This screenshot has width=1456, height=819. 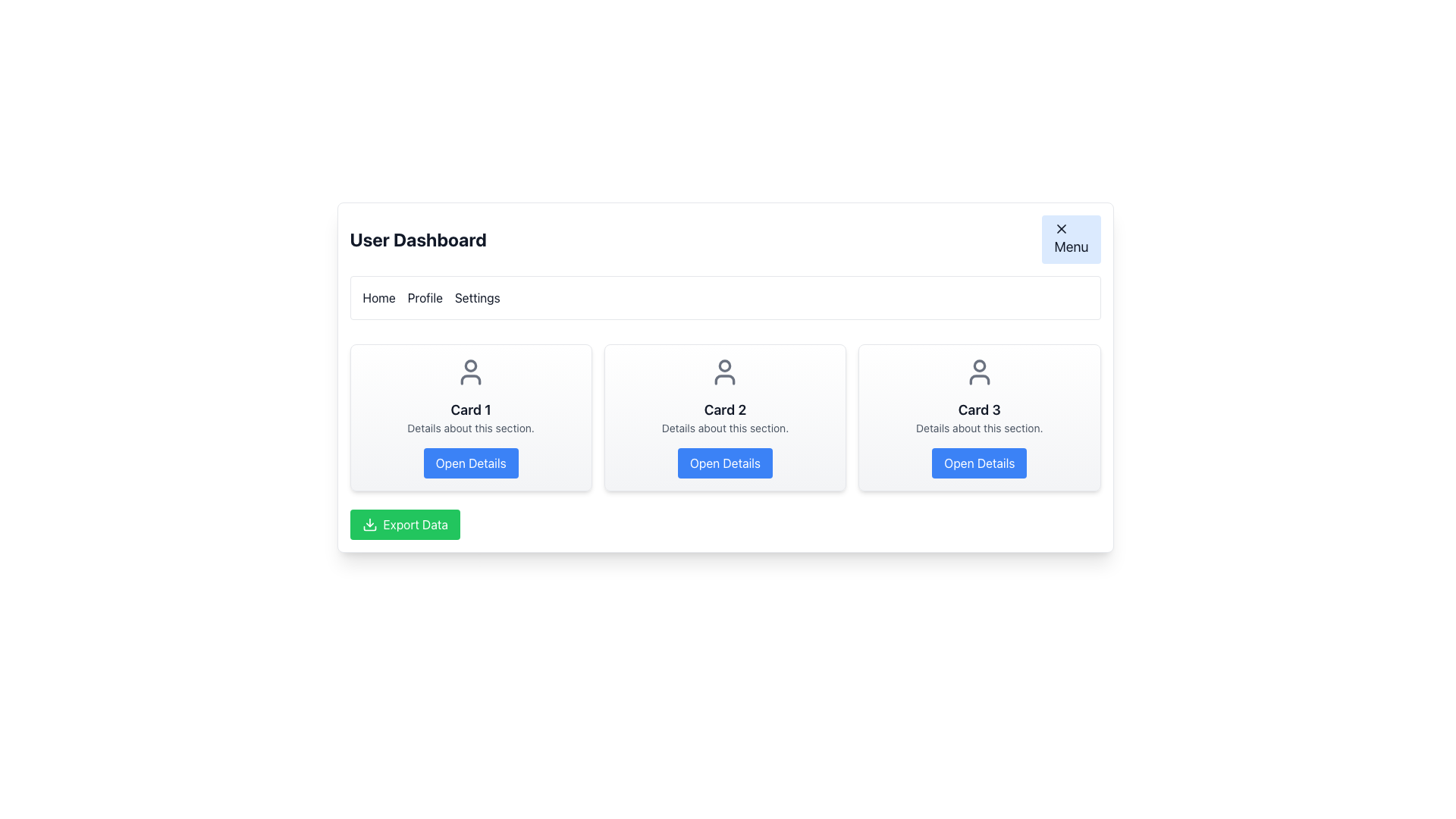 I want to click on the green 'Export Data' button located at the bottom-left section of the interface, directly underneath the informational cards, so click(x=405, y=523).